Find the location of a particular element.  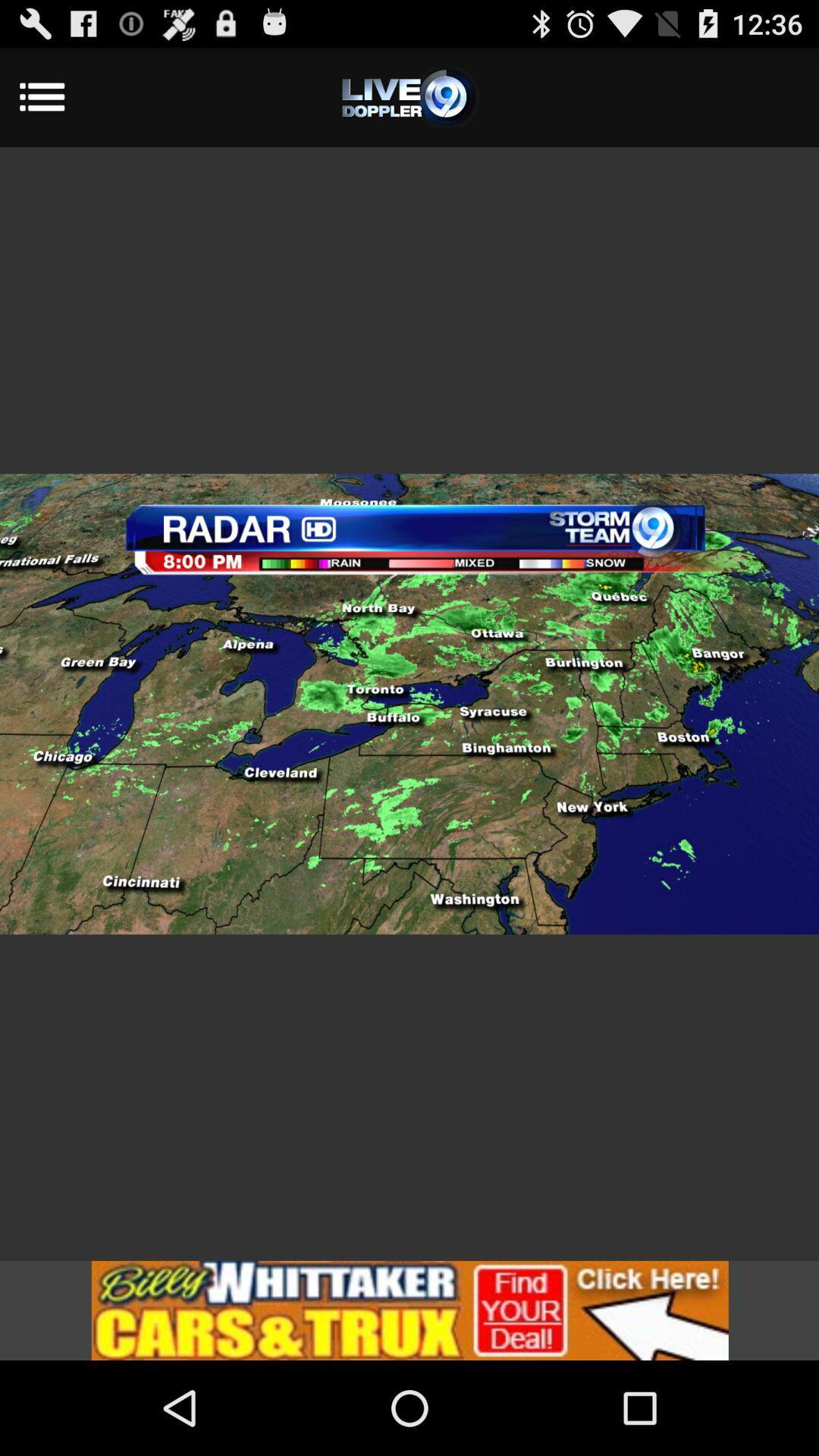

the settings of live doppler 9 is located at coordinates (409, 96).